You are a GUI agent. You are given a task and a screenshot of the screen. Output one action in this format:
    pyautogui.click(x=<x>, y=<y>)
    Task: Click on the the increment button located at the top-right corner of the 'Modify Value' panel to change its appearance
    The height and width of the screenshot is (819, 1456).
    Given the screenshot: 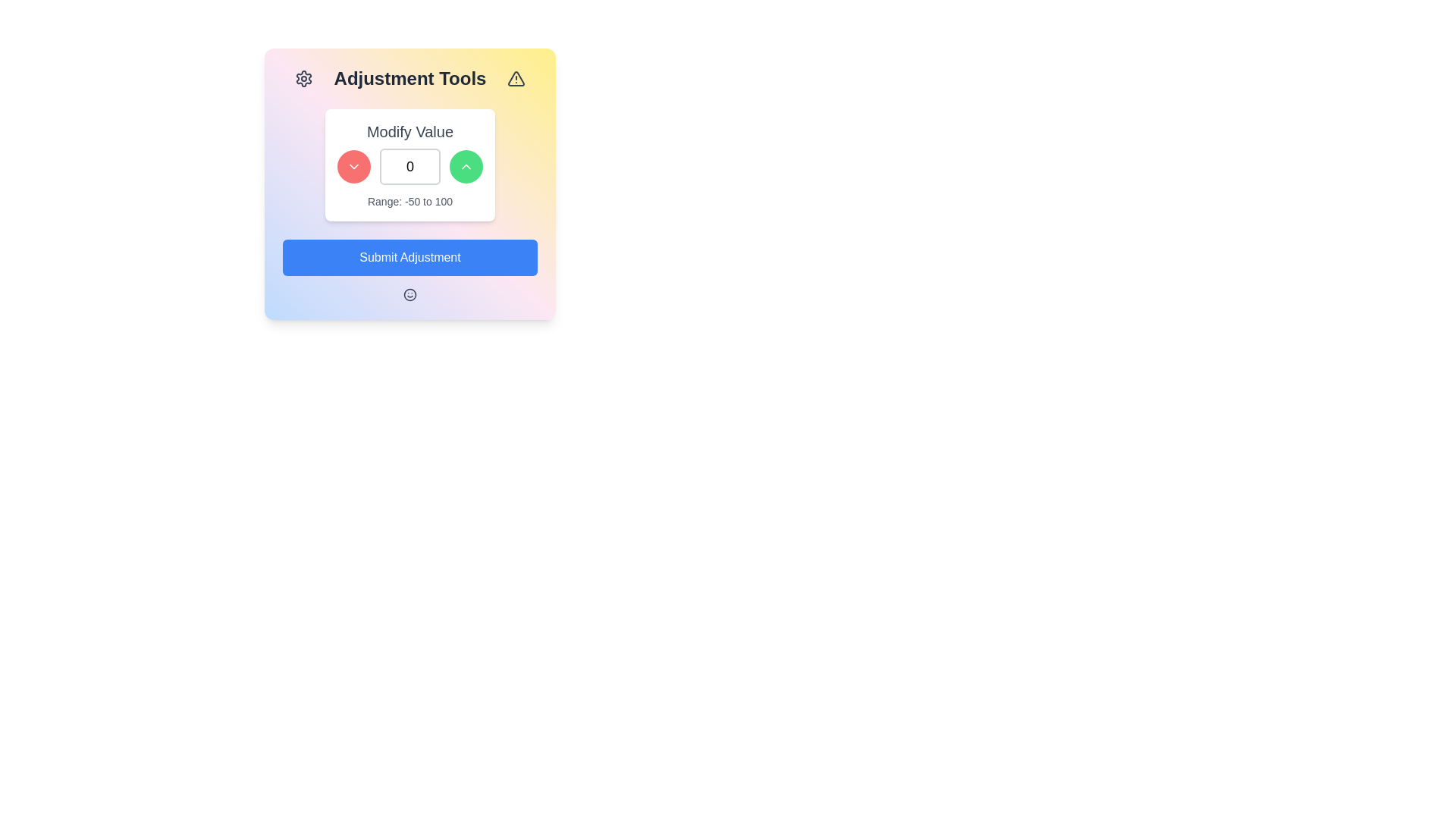 What is the action you would take?
    pyautogui.click(x=465, y=166)
    